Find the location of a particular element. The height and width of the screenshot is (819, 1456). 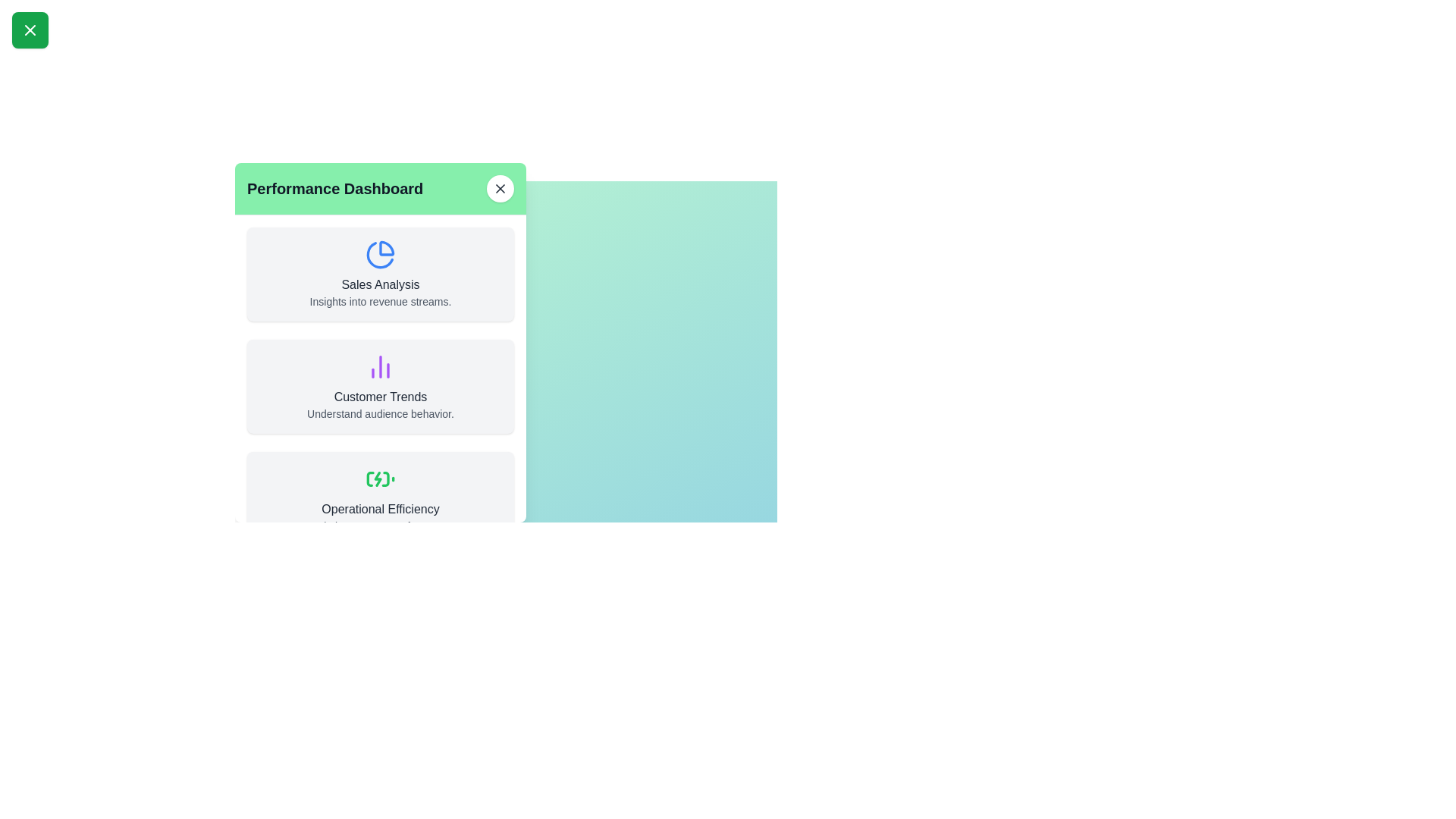

the close button located in the top-right corner of the green title bar labeled 'Performance Dashboard' is located at coordinates (500, 188).